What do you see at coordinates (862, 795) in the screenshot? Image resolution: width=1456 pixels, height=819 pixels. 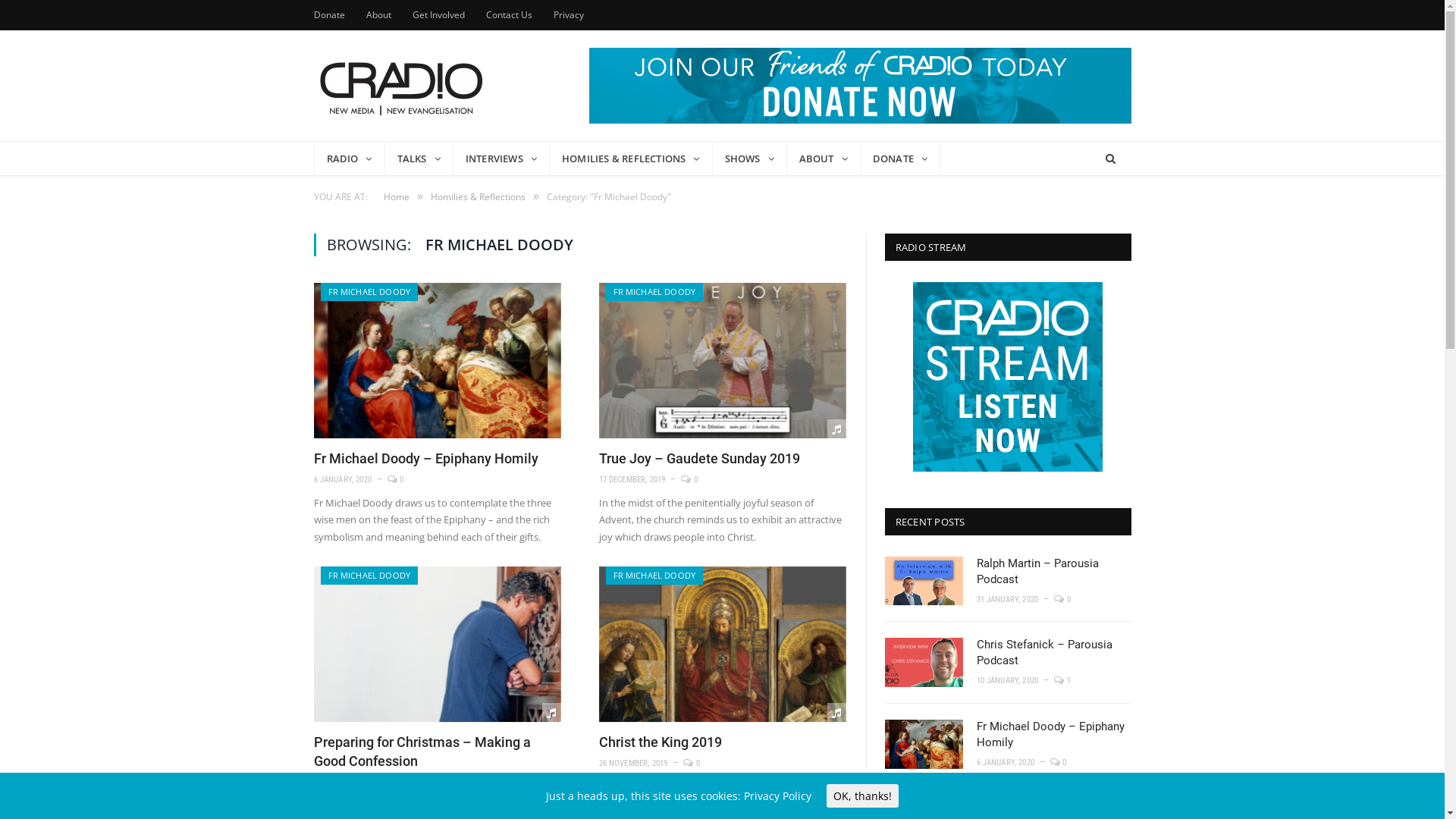 I see `'OK, thanks!'` at bounding box center [862, 795].